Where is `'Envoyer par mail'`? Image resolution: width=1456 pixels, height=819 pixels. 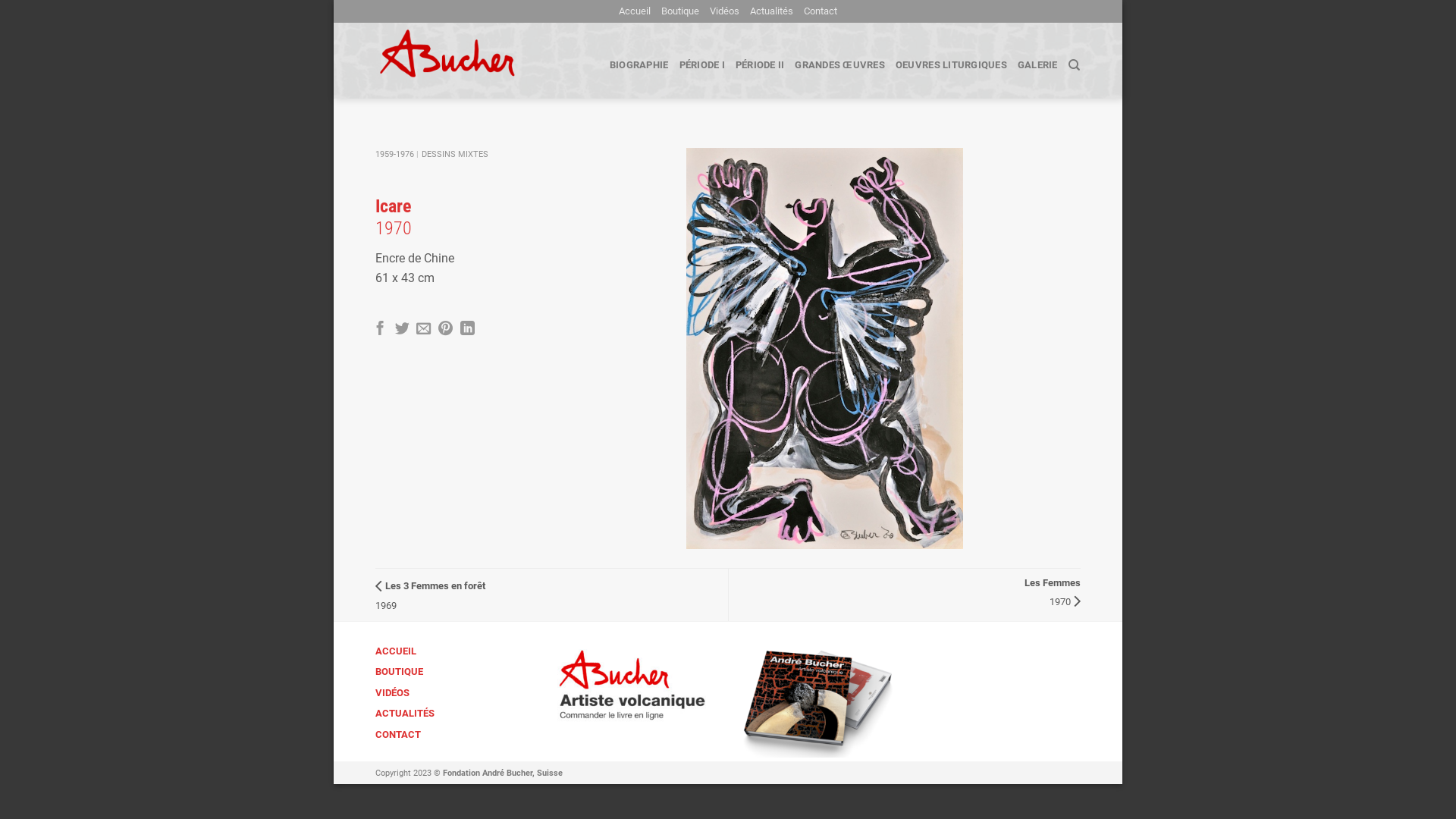 'Envoyer par mail' is located at coordinates (416, 328).